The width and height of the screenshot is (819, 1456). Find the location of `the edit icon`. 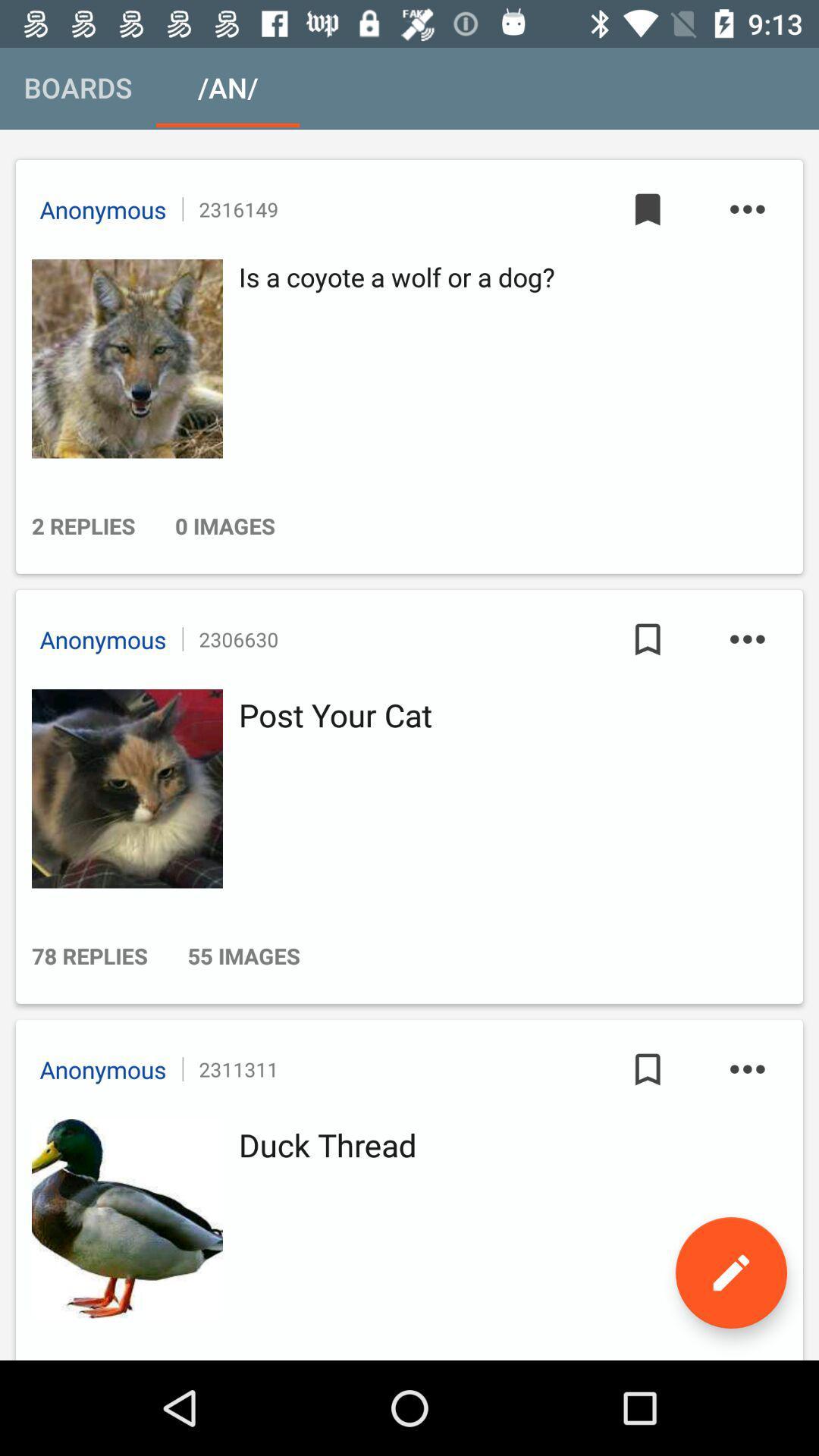

the edit icon is located at coordinates (730, 1272).